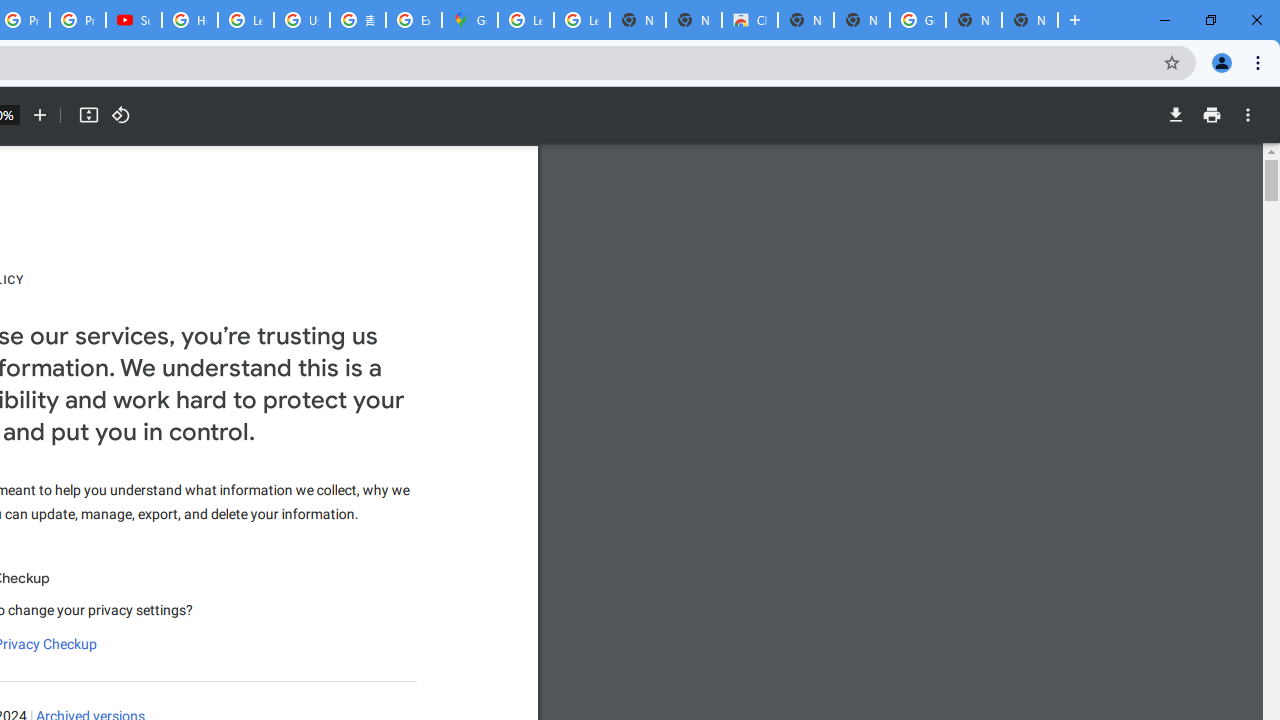  Describe the element at coordinates (916, 20) in the screenshot. I see `'Google Images'` at that location.